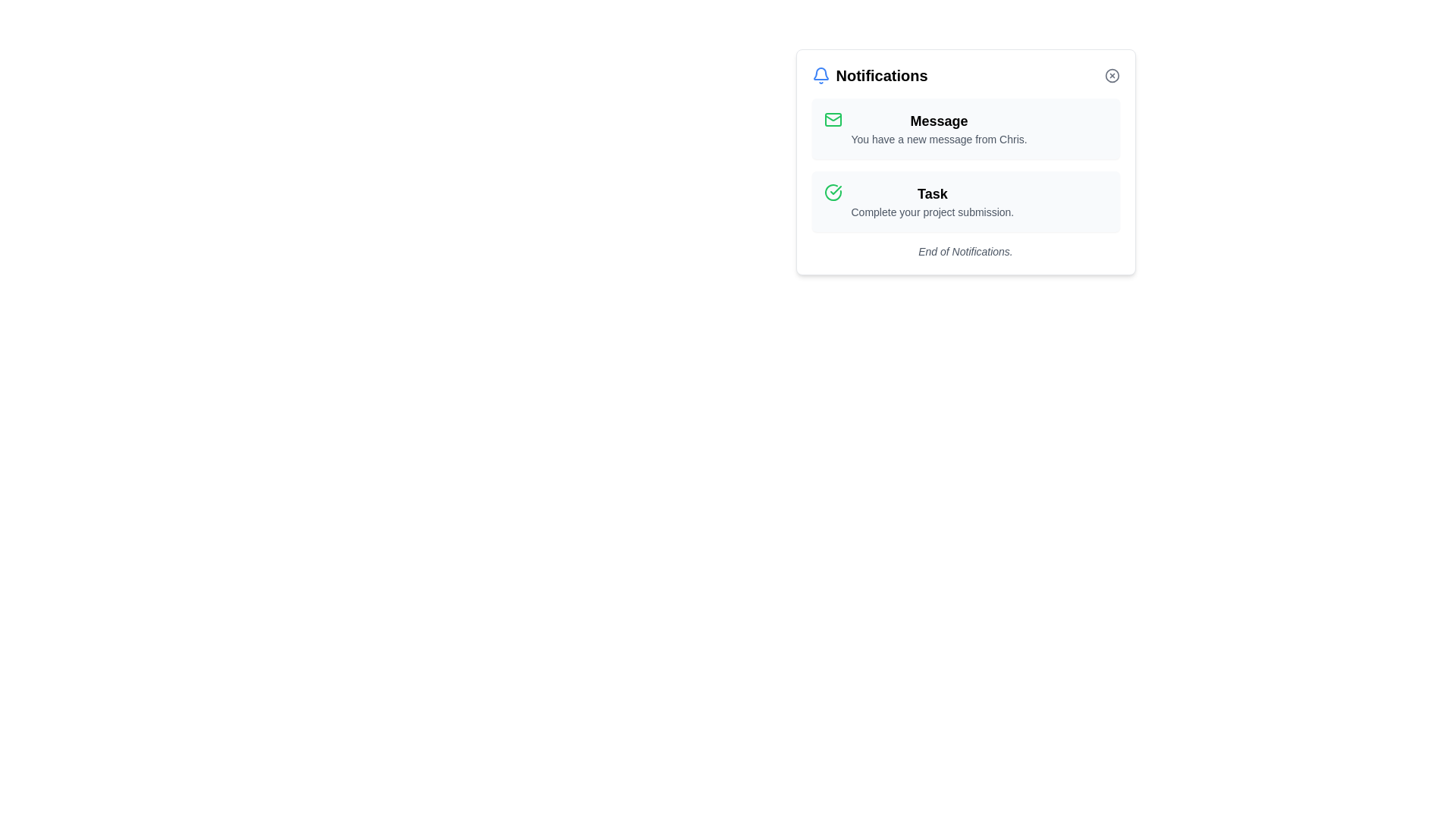 This screenshot has width=1456, height=819. Describe the element at coordinates (832, 117) in the screenshot. I see `the styling of the green envelope icon located within the notification box, positioned to the left of the 'Message' label under the 'Notifications' heading` at that location.